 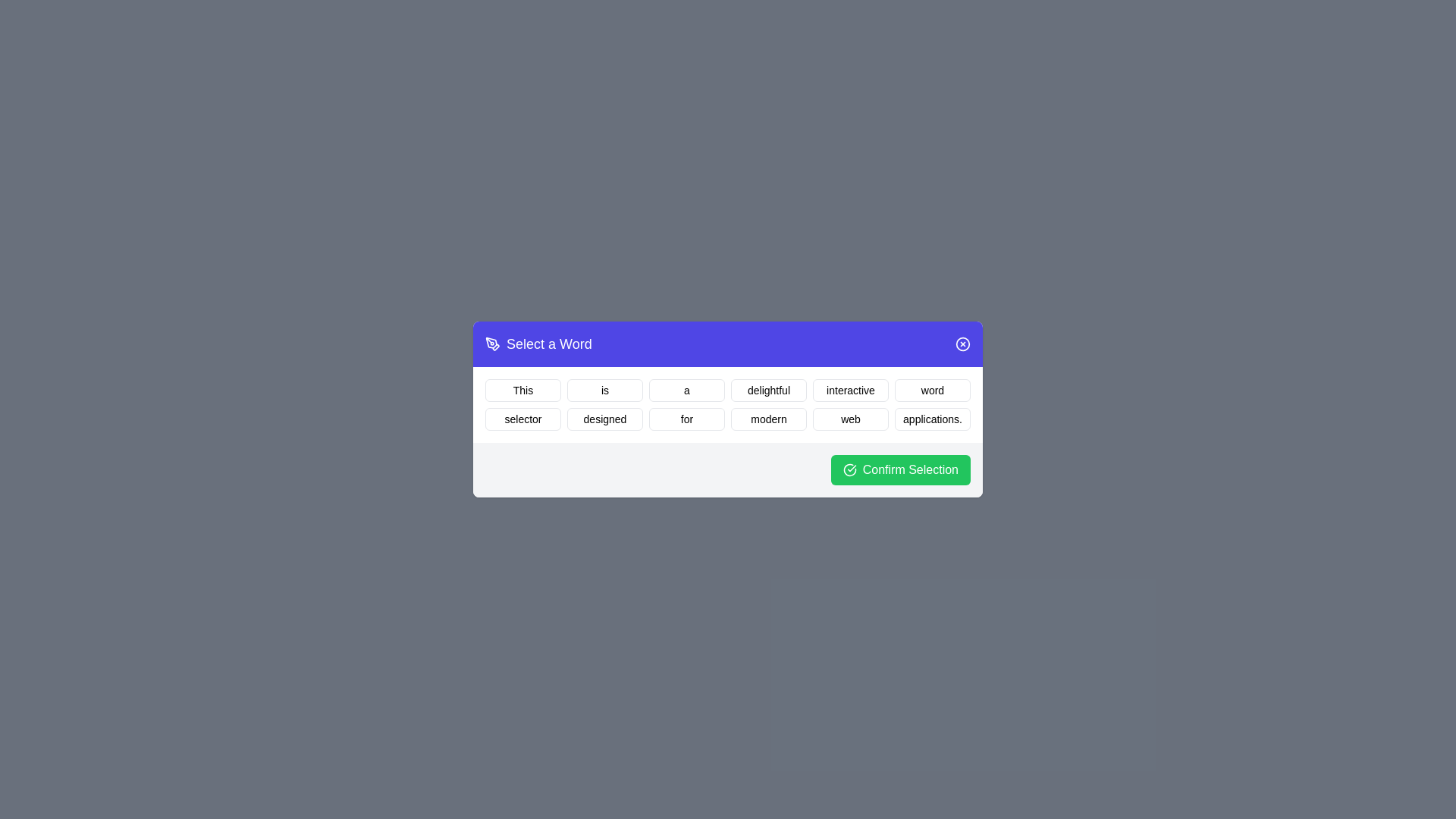 What do you see at coordinates (962, 344) in the screenshot?
I see `the close button in the header to close the dialog` at bounding box center [962, 344].